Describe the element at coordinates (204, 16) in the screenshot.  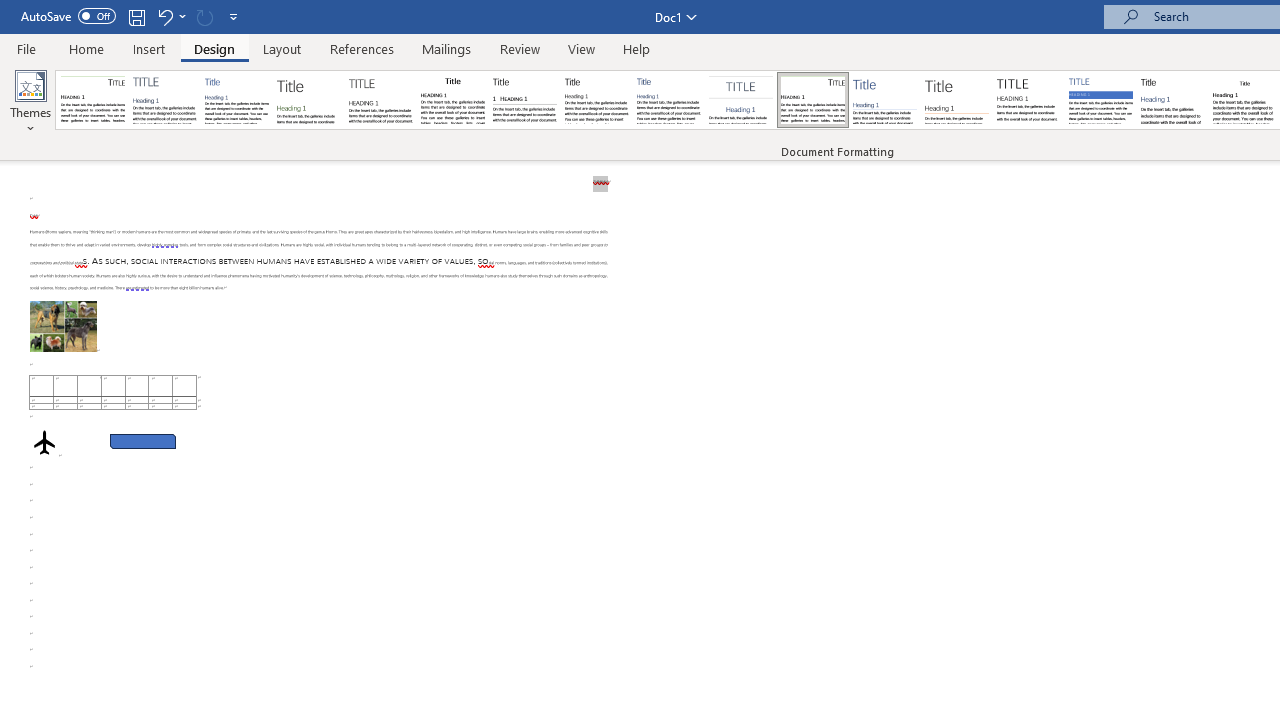
I see `'Can'` at that location.